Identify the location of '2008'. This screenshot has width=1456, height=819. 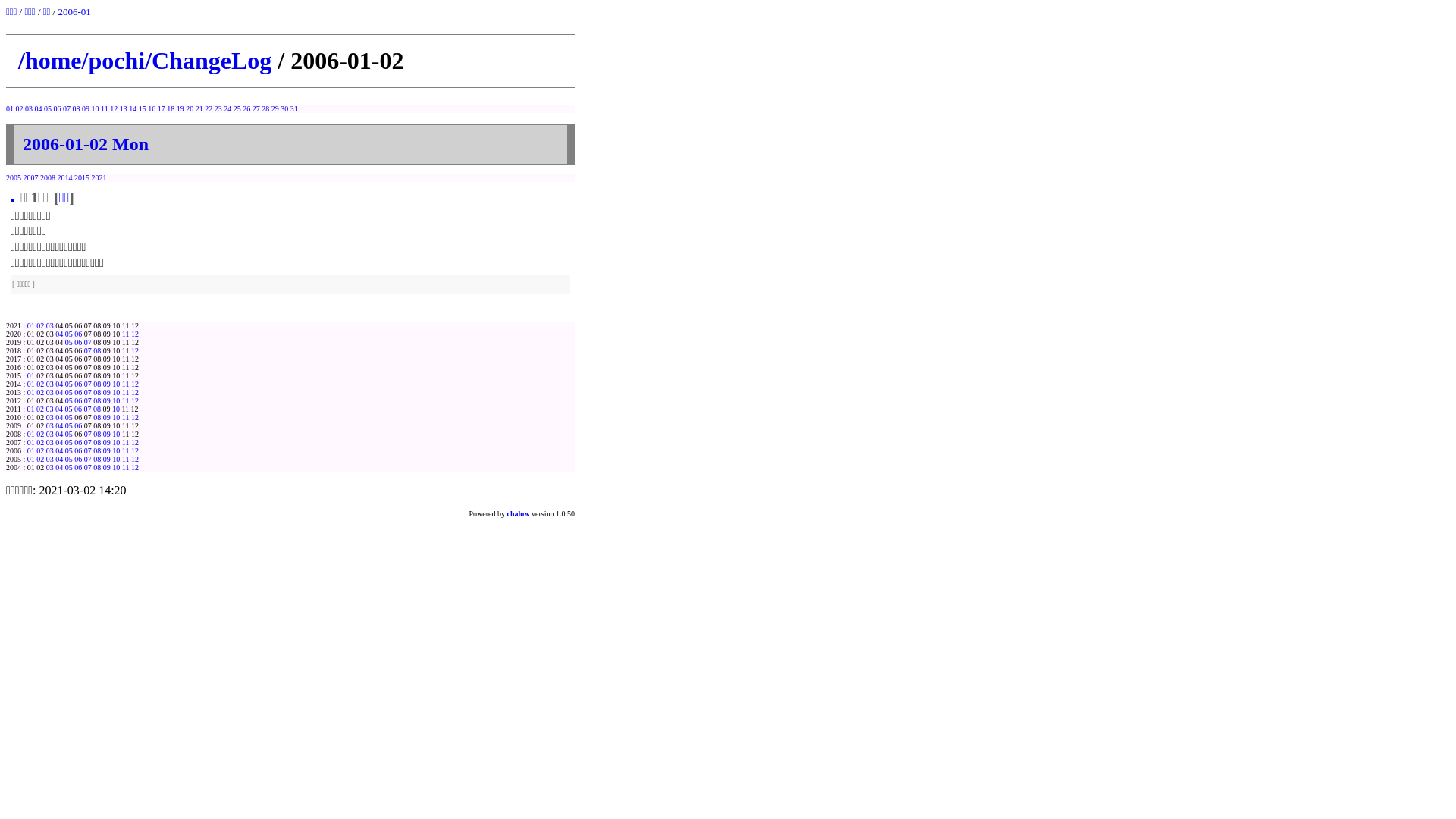
(39, 177).